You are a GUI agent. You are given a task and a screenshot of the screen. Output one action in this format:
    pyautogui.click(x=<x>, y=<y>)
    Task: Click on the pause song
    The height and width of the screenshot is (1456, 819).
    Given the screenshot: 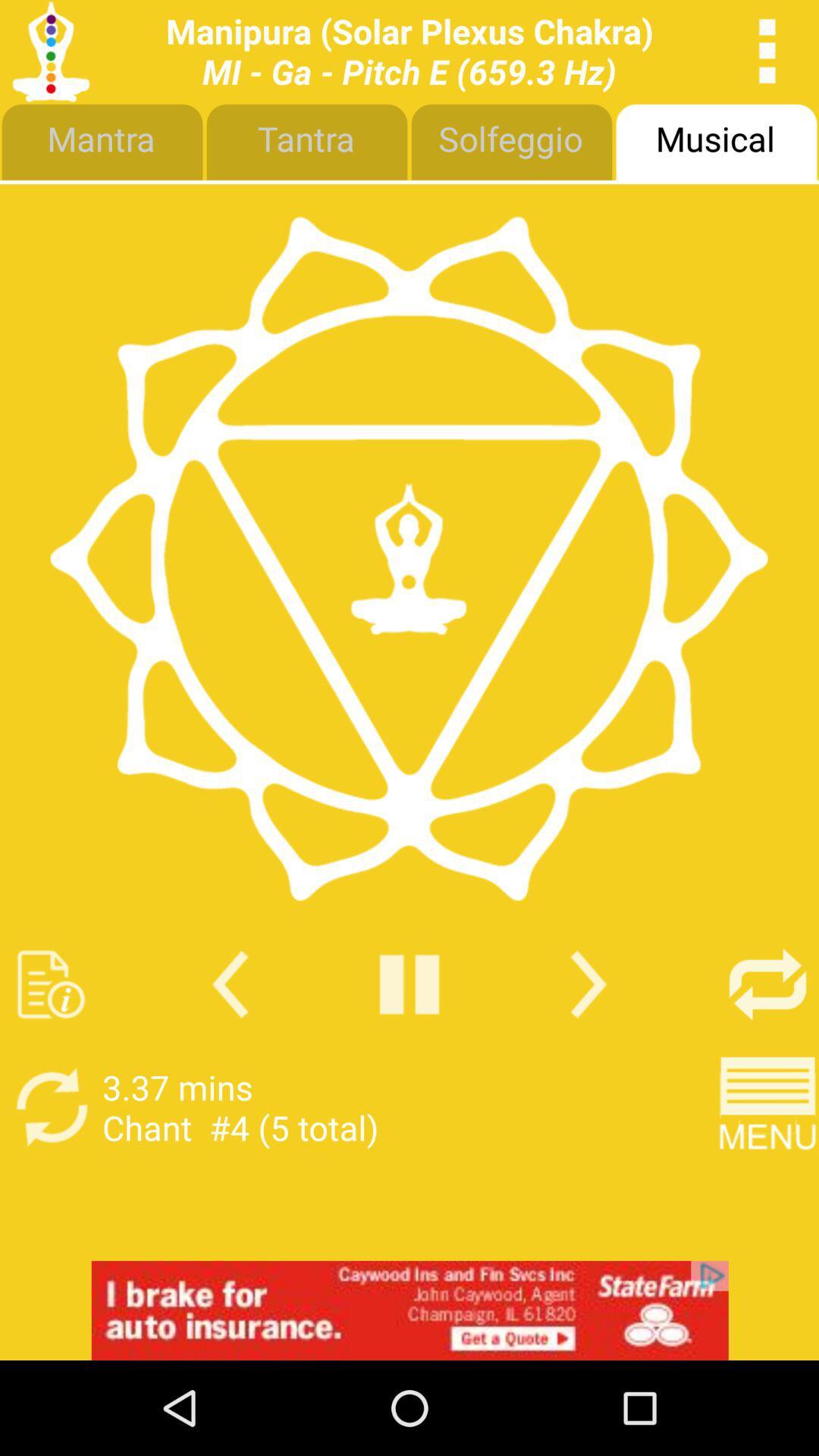 What is the action you would take?
    pyautogui.click(x=409, y=984)
    